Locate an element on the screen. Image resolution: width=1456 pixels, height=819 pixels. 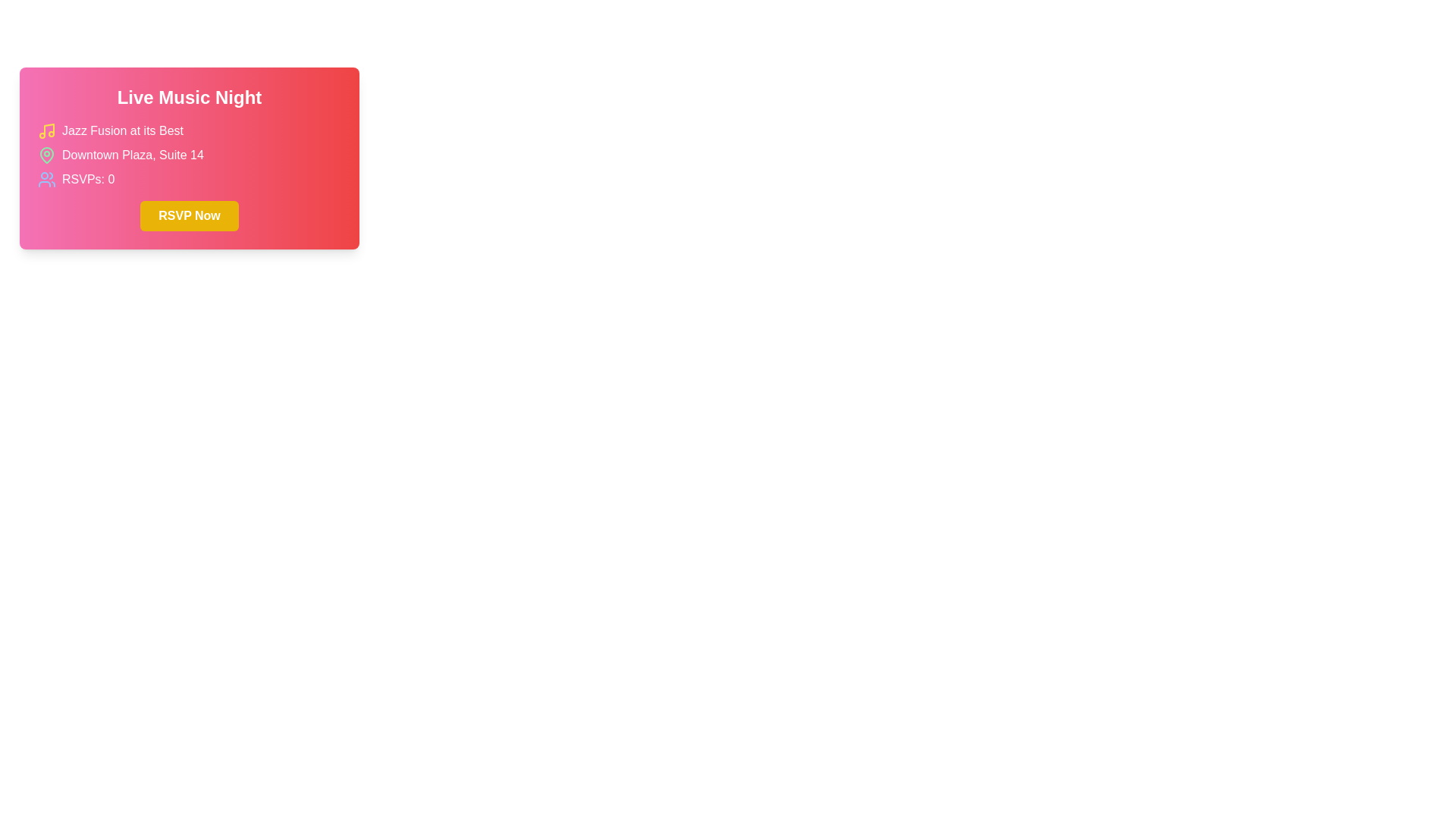
the RSVP button located at the bottom center of the event card to confirm attendance is located at coordinates (188, 216).